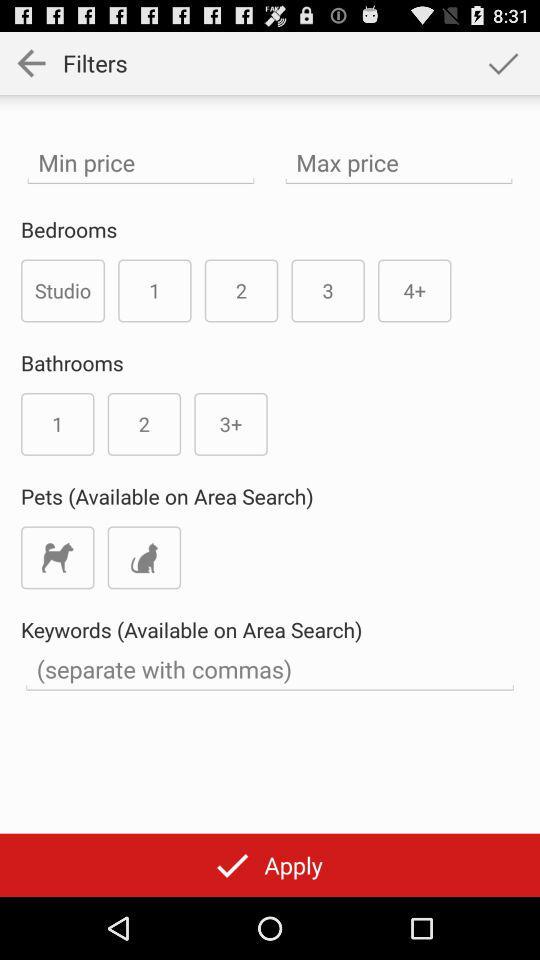 The image size is (540, 960). I want to click on pet option dog, so click(57, 557).